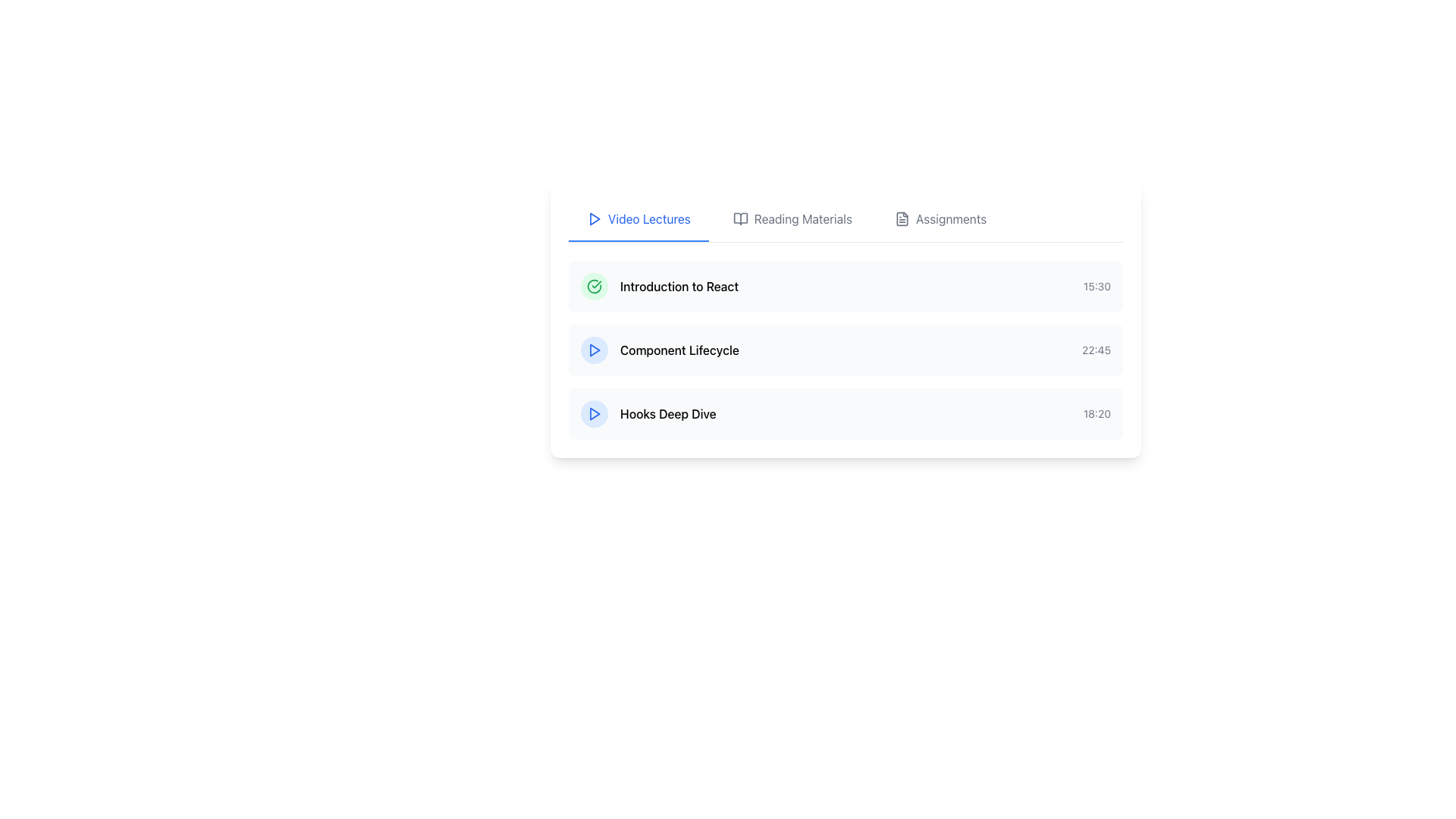 The height and width of the screenshot is (819, 1456). I want to click on the open book icon associated with the 'Reading Materials' tab to read its context, so click(740, 219).